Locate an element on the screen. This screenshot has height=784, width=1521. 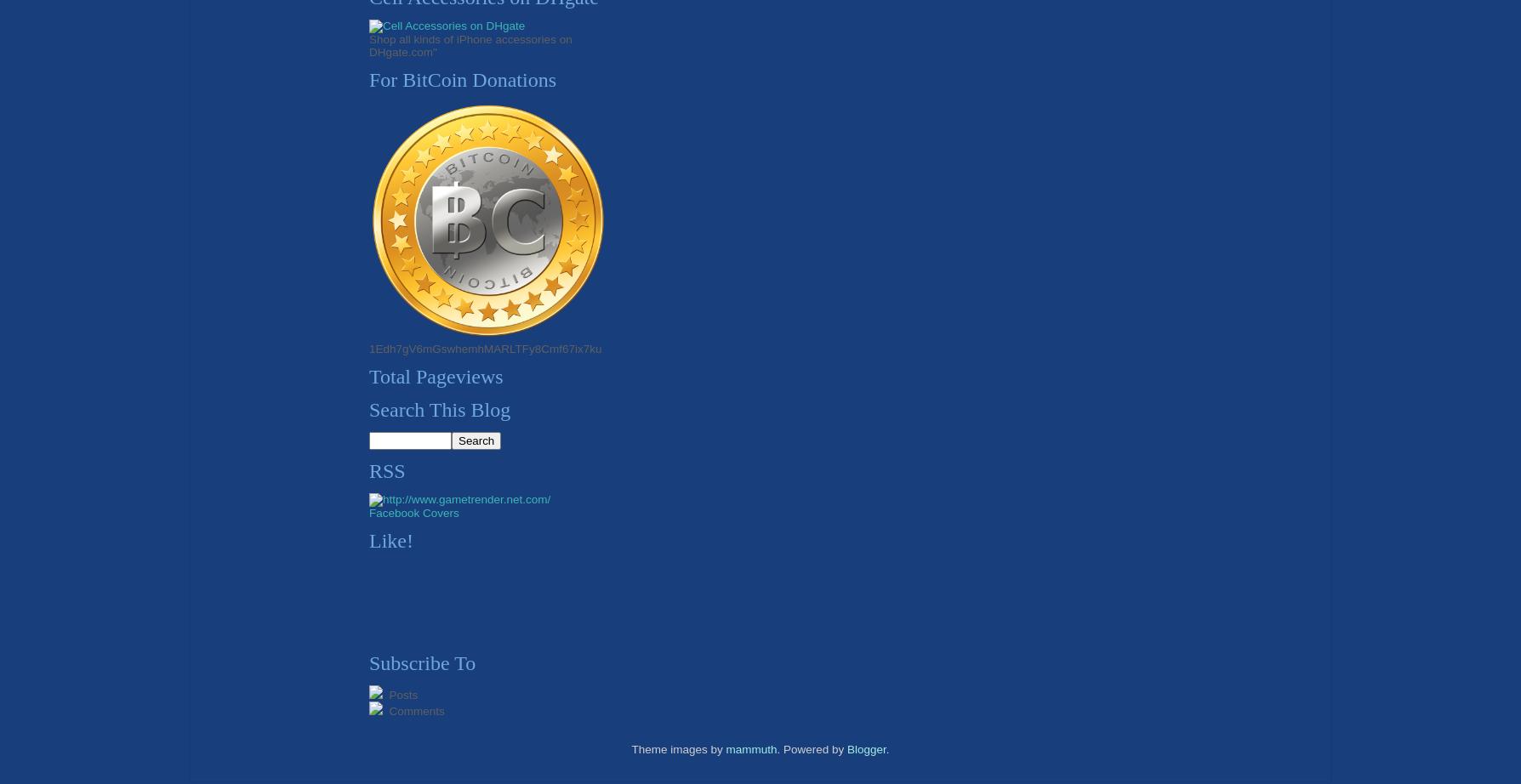
'RSS' is located at coordinates (387, 470).